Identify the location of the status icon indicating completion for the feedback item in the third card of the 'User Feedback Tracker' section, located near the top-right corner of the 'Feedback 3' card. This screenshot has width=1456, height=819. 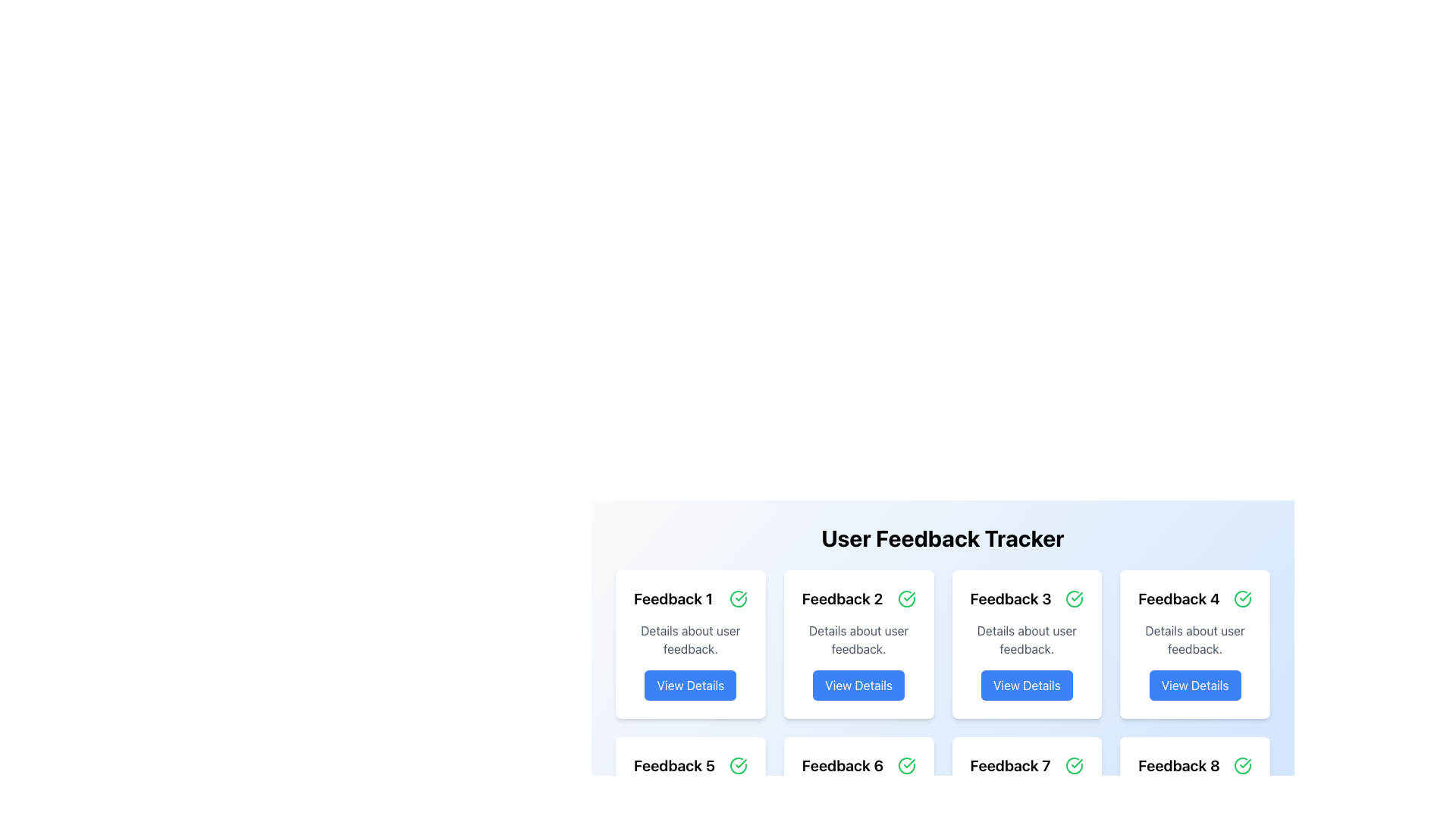
(1076, 595).